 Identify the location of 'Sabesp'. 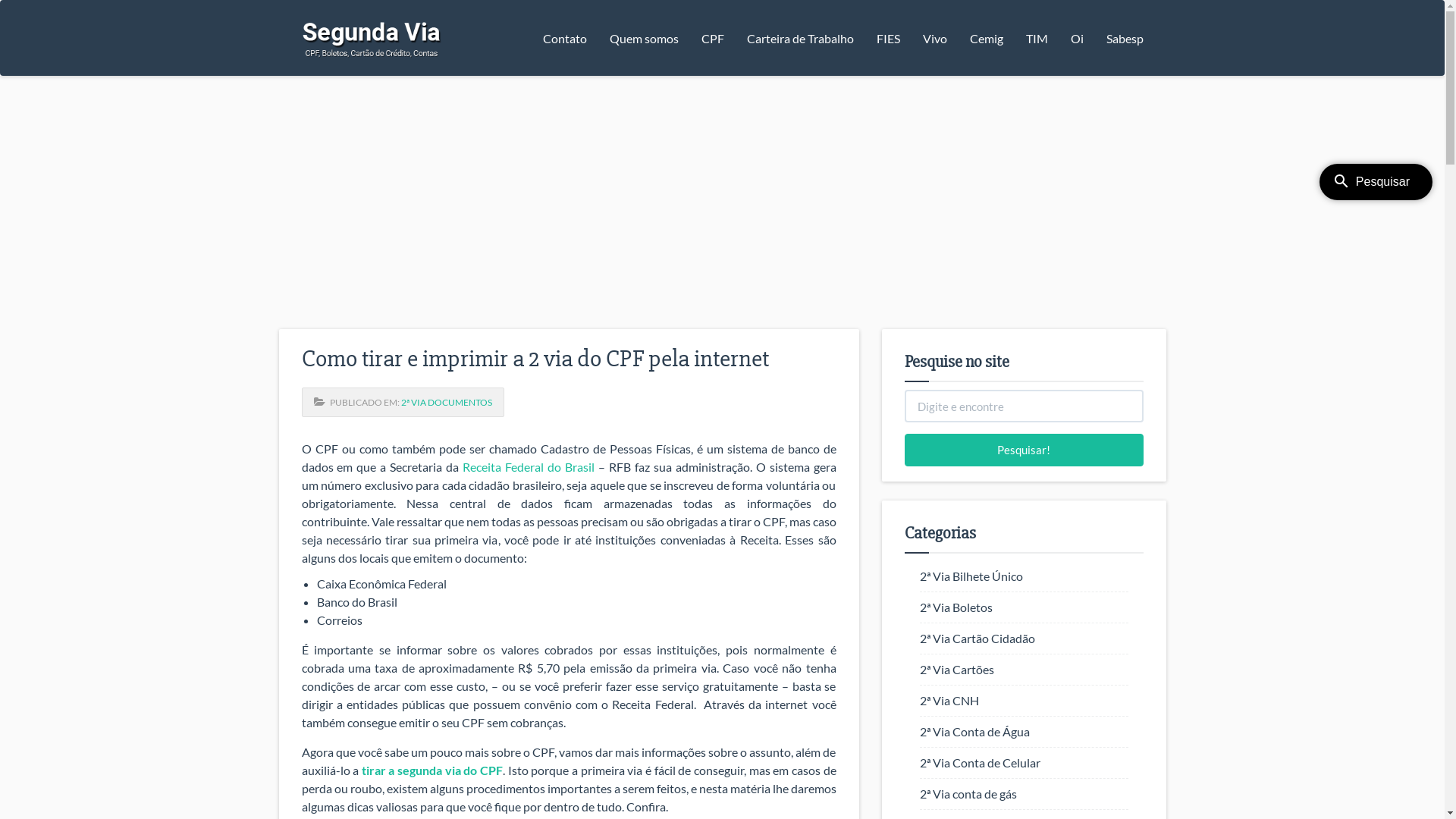
(1125, 37).